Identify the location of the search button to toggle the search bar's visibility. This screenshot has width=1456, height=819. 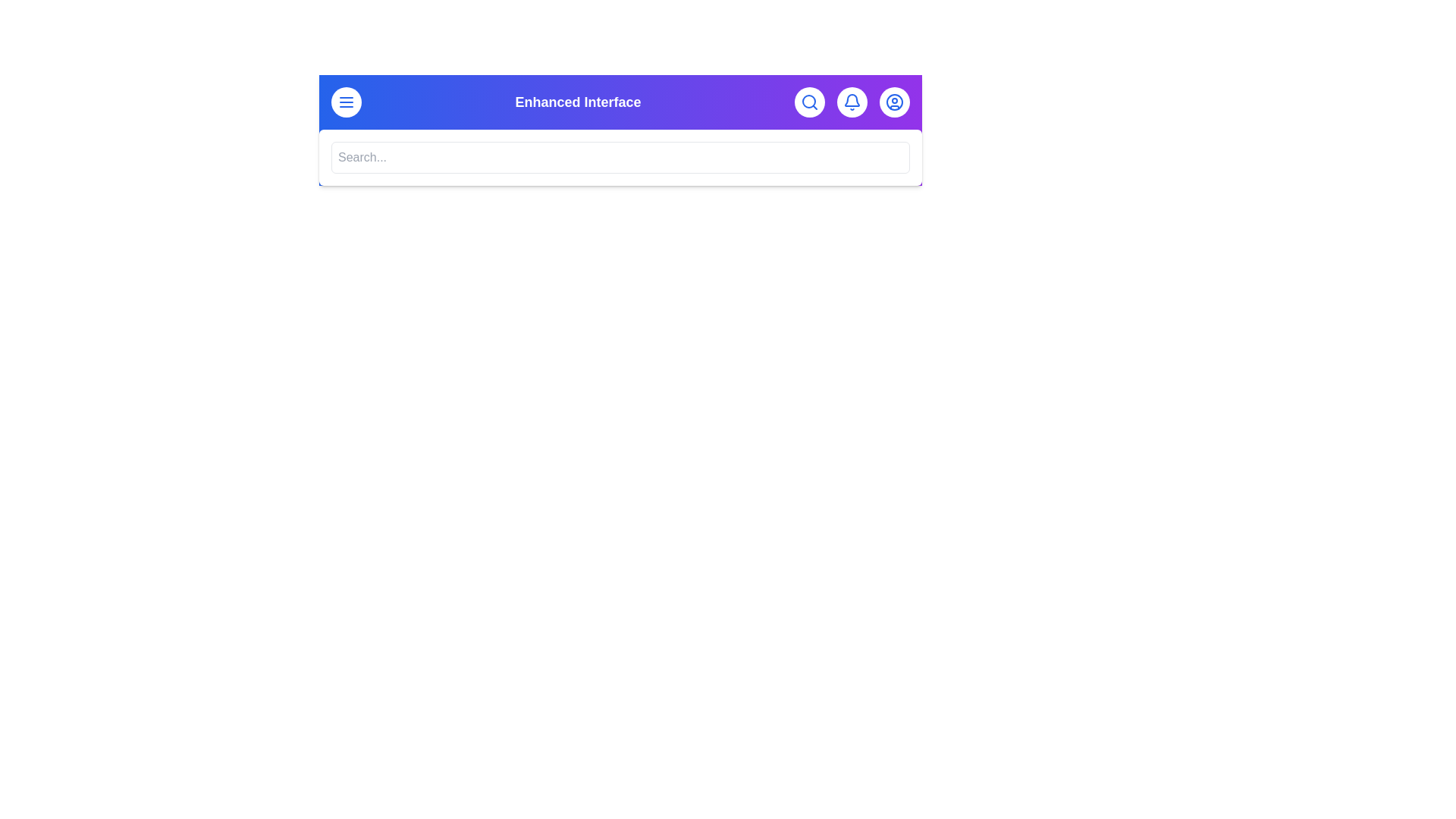
(809, 102).